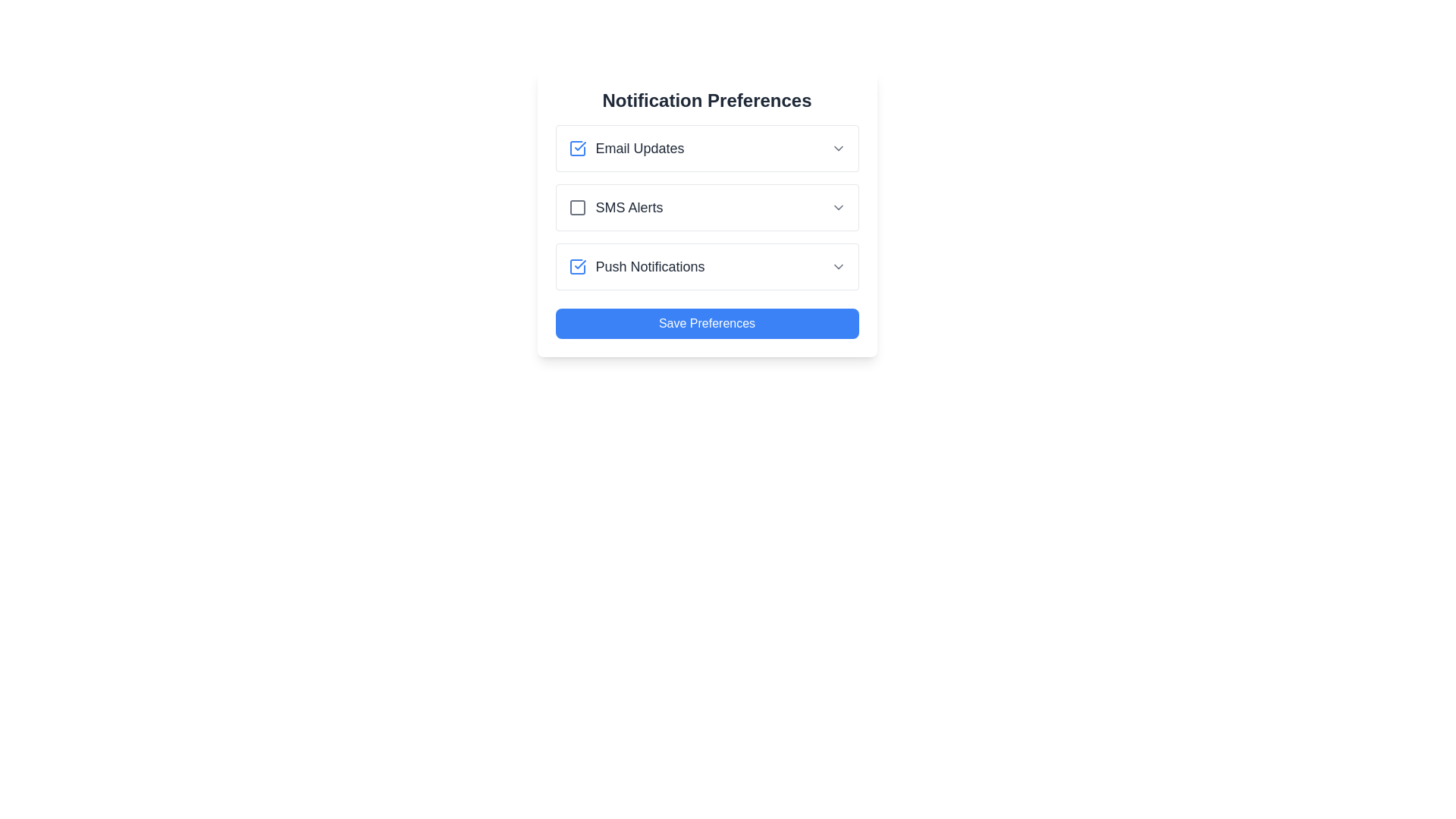  I want to click on the dropdown arrow of the 'Email Updates' list item, so click(706, 149).